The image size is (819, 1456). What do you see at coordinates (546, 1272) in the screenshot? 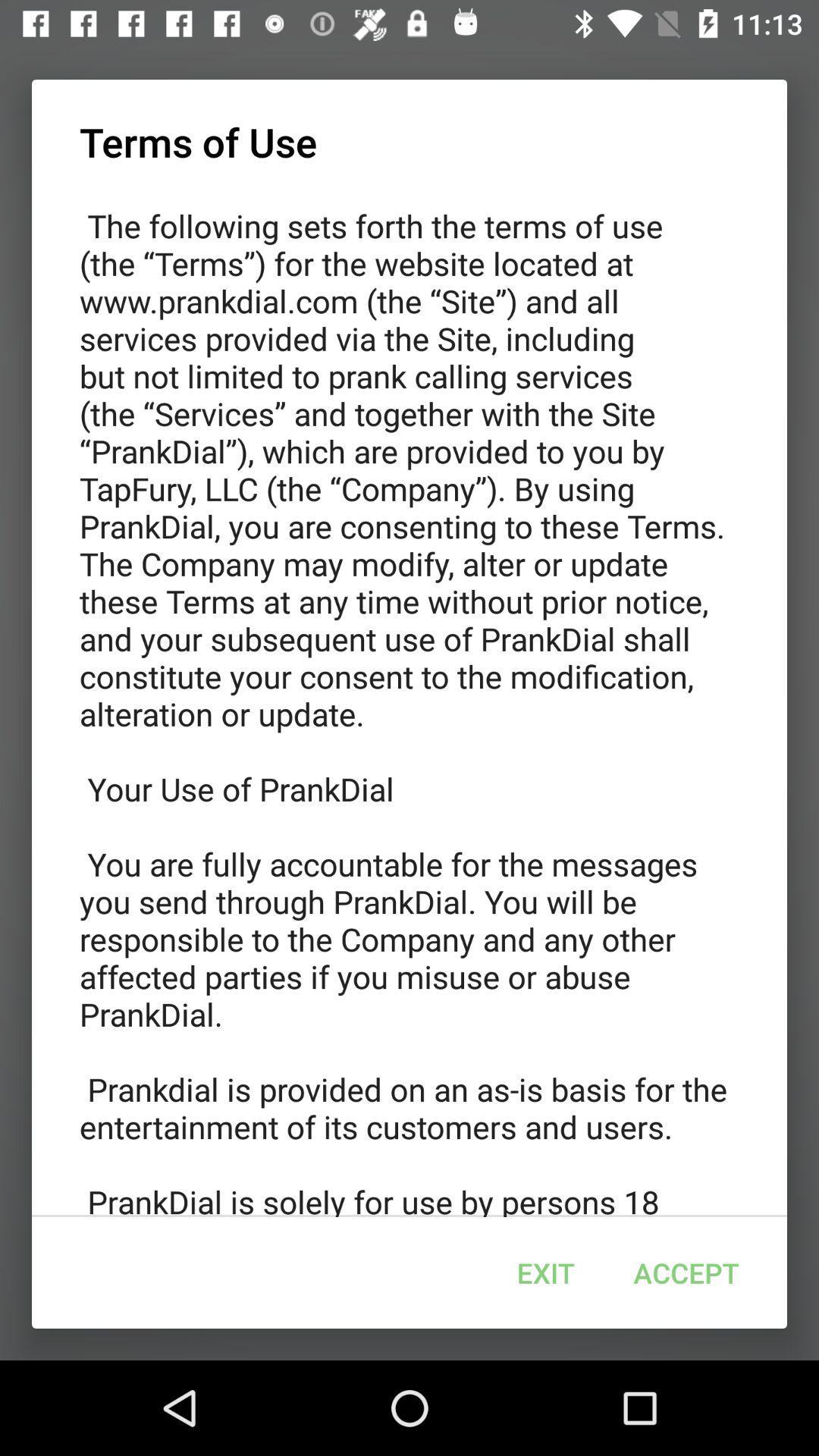
I see `icon below the the following sets` at bounding box center [546, 1272].